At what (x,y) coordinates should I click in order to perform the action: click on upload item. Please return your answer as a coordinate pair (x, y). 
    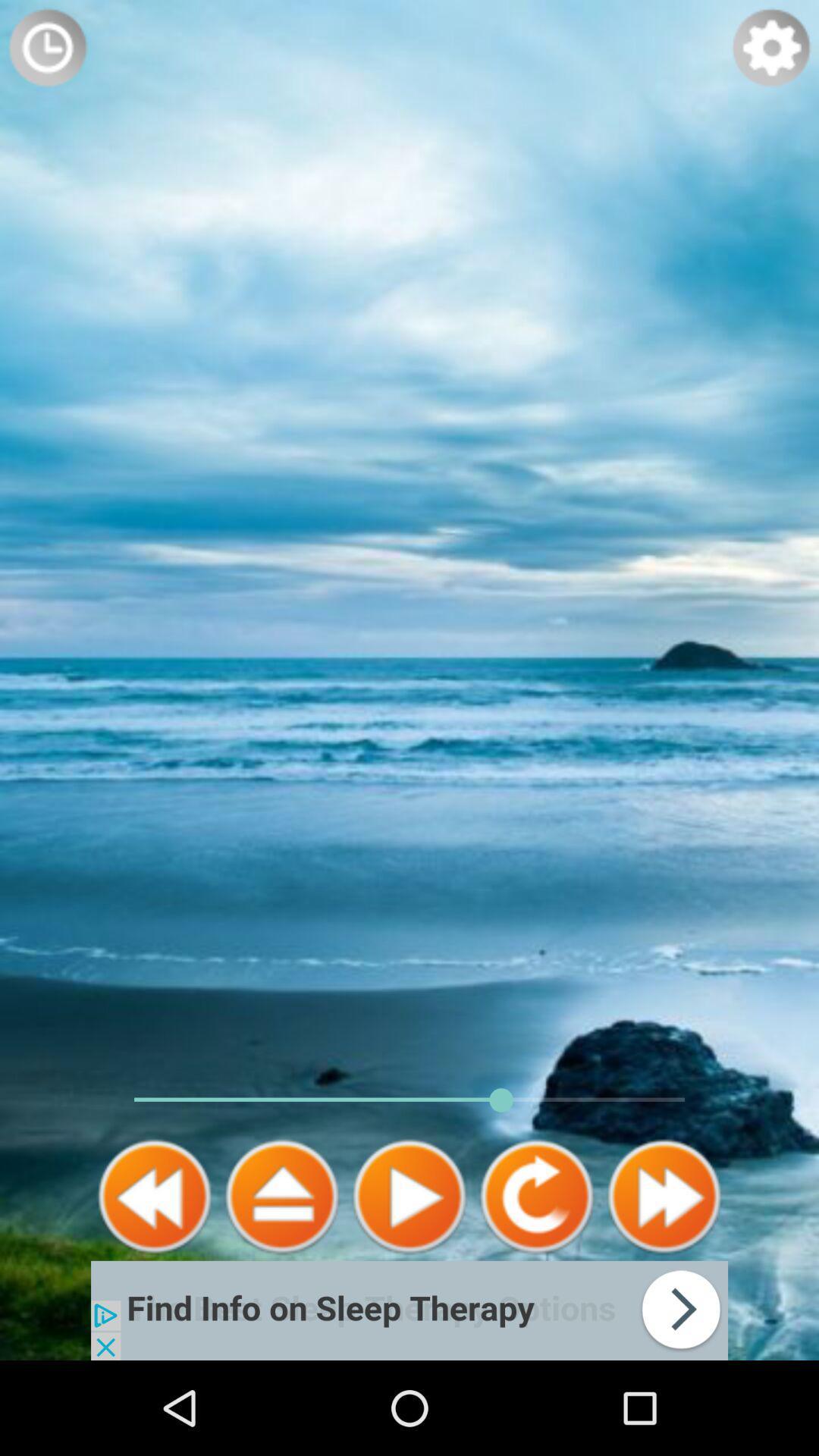
    Looking at the image, I should click on (281, 1196).